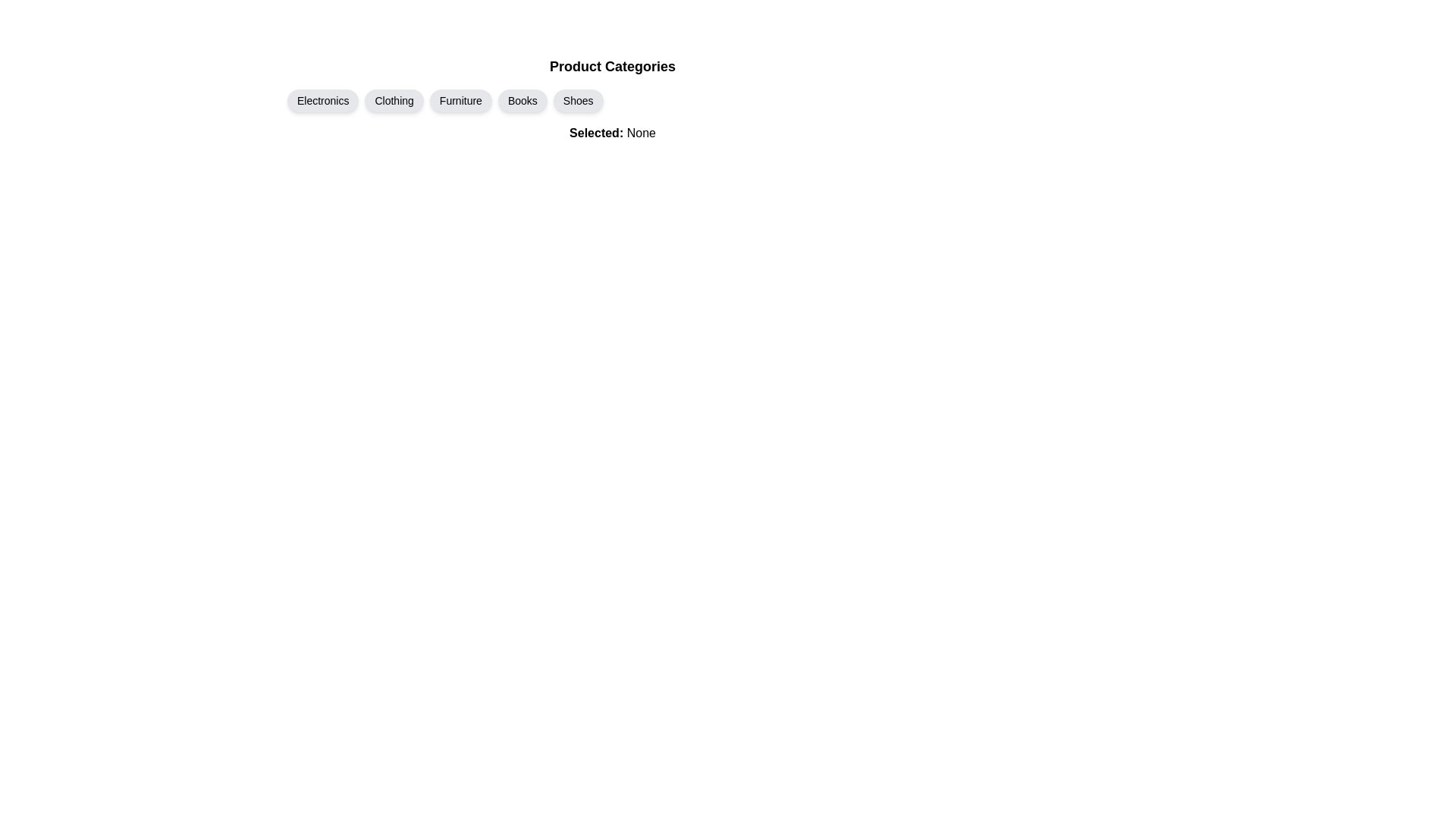 The image size is (1456, 819). I want to click on the Books chip to toggle its selection, so click(522, 100).